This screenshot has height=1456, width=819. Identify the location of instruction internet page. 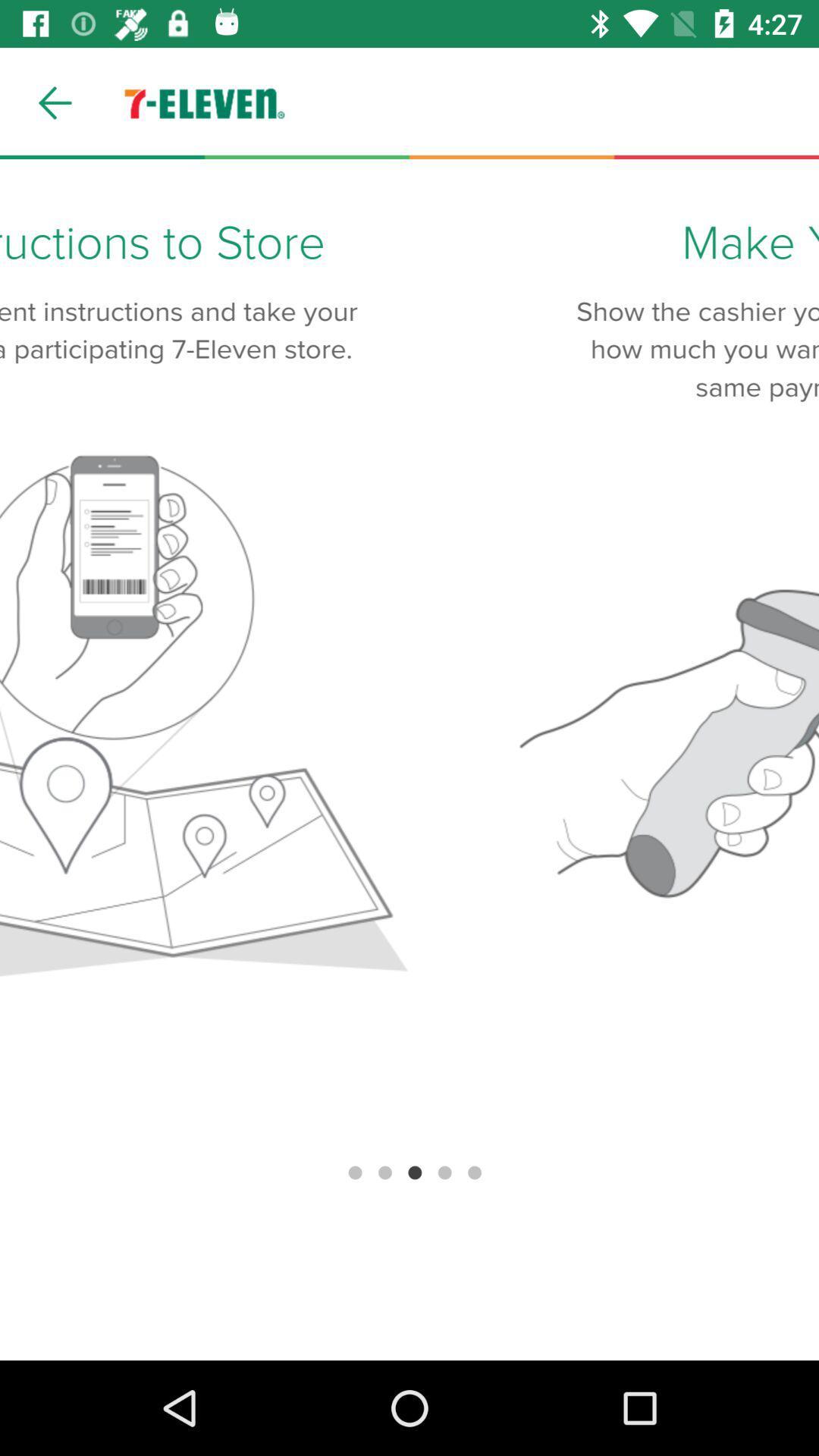
(409, 760).